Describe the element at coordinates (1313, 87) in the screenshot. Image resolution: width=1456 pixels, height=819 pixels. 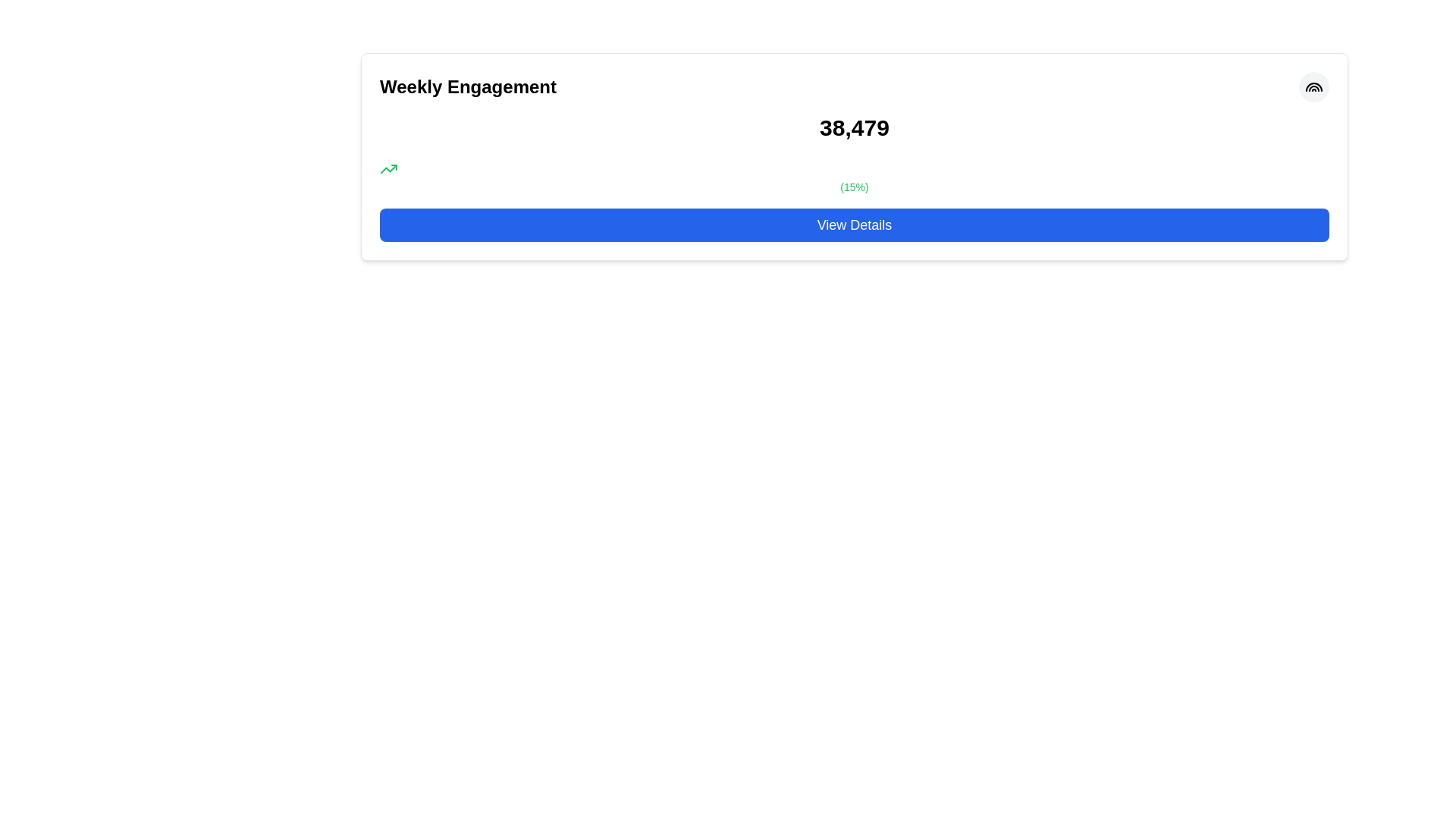
I see `the outermost arc of the rainbow-style SVG icon located at the top right corner of the card-like widget` at that location.